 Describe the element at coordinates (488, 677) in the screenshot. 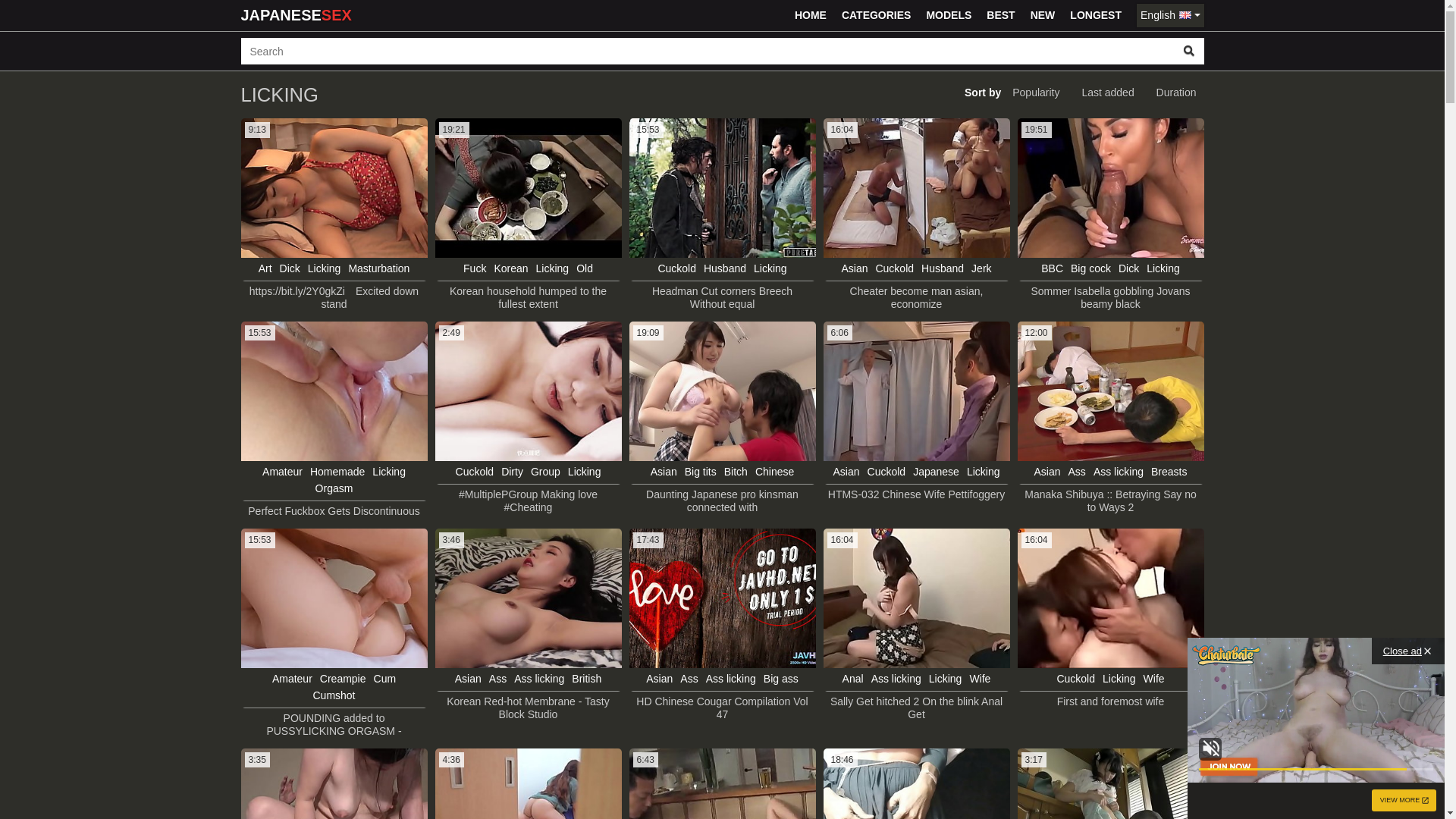

I see `'Ass'` at that location.